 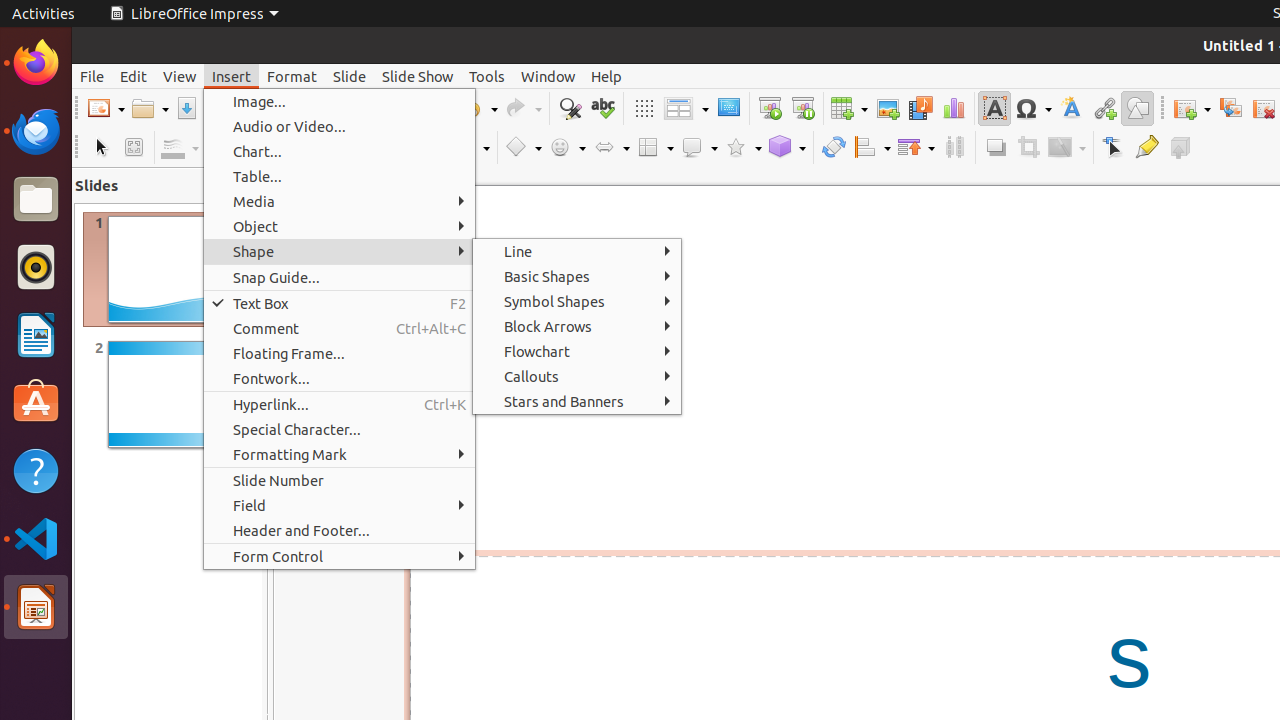 I want to click on 'Stars and Banners', so click(x=576, y=401).